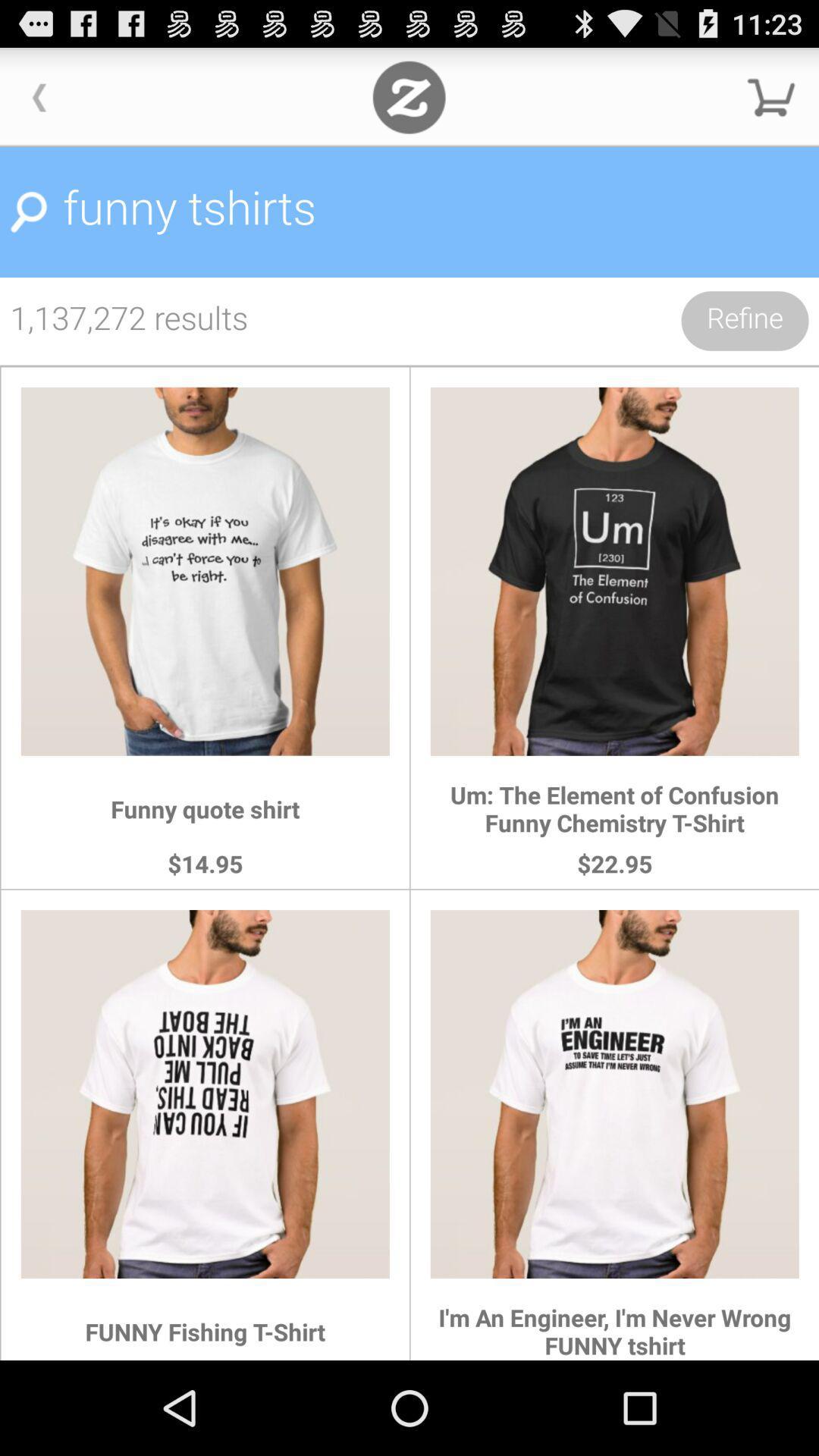 This screenshot has width=819, height=1456. I want to click on refine, so click(744, 320).